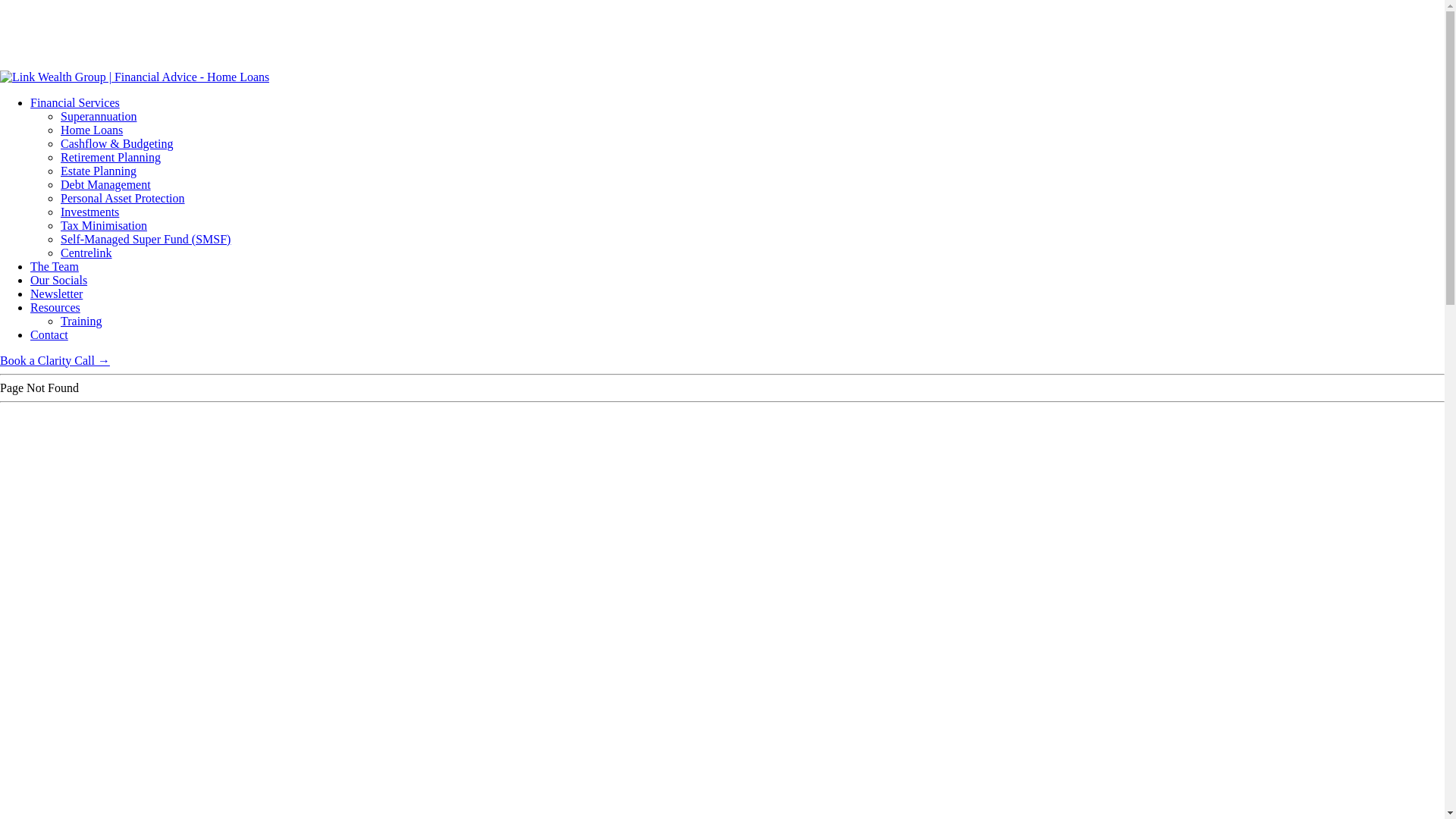 The height and width of the screenshot is (819, 1456). I want to click on 'Debt Management', so click(61, 184).